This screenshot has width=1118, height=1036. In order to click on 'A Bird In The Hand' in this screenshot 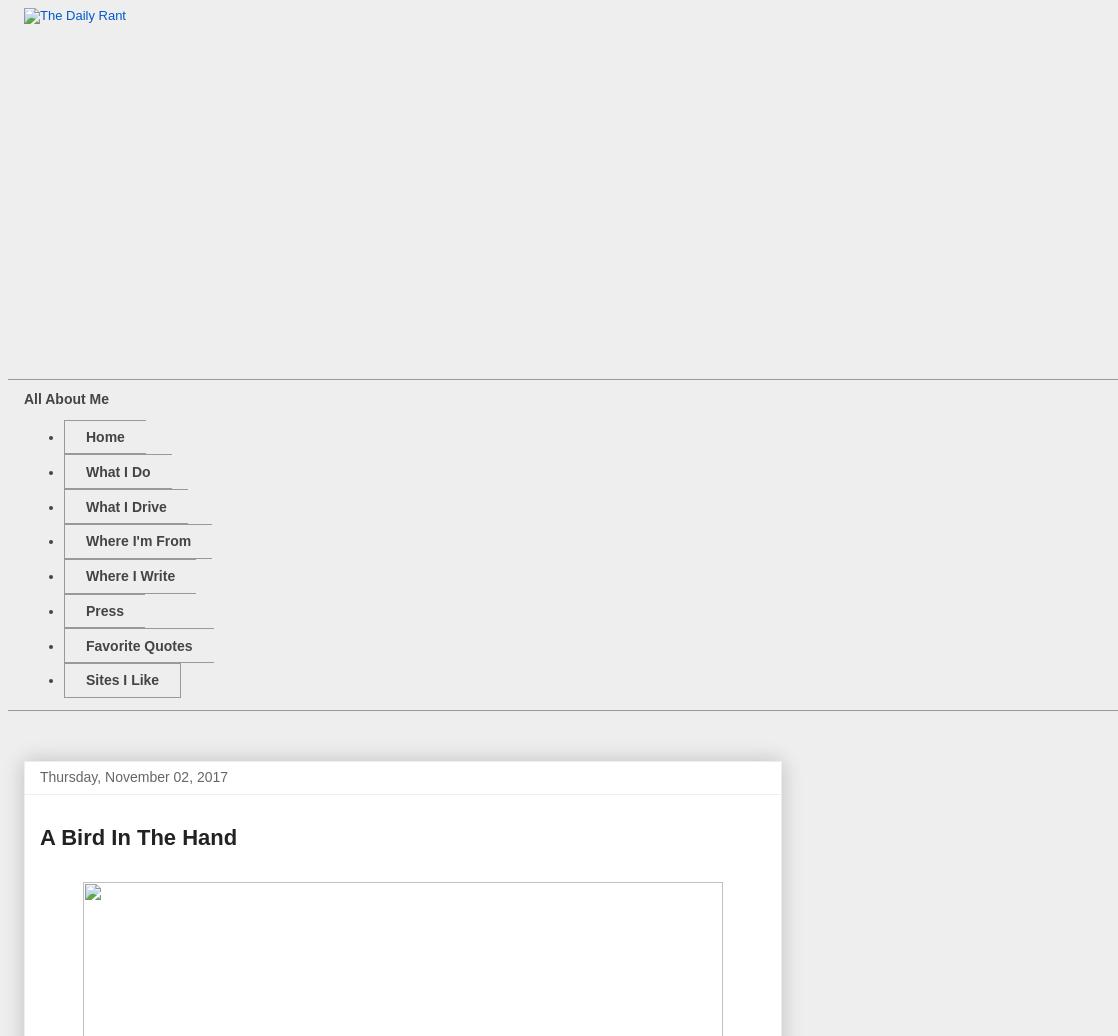, I will do `click(138, 836)`.